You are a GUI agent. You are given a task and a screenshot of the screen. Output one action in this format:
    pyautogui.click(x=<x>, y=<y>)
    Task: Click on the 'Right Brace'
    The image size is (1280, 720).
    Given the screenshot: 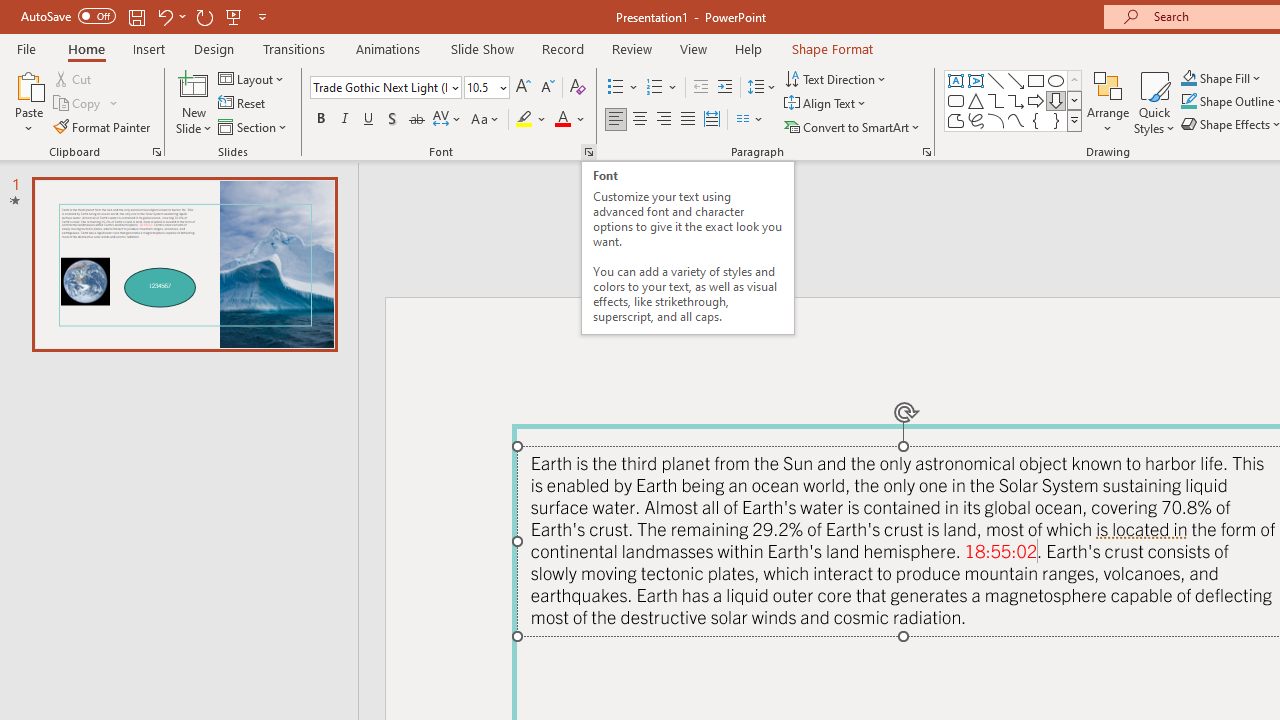 What is the action you would take?
    pyautogui.click(x=1055, y=120)
    